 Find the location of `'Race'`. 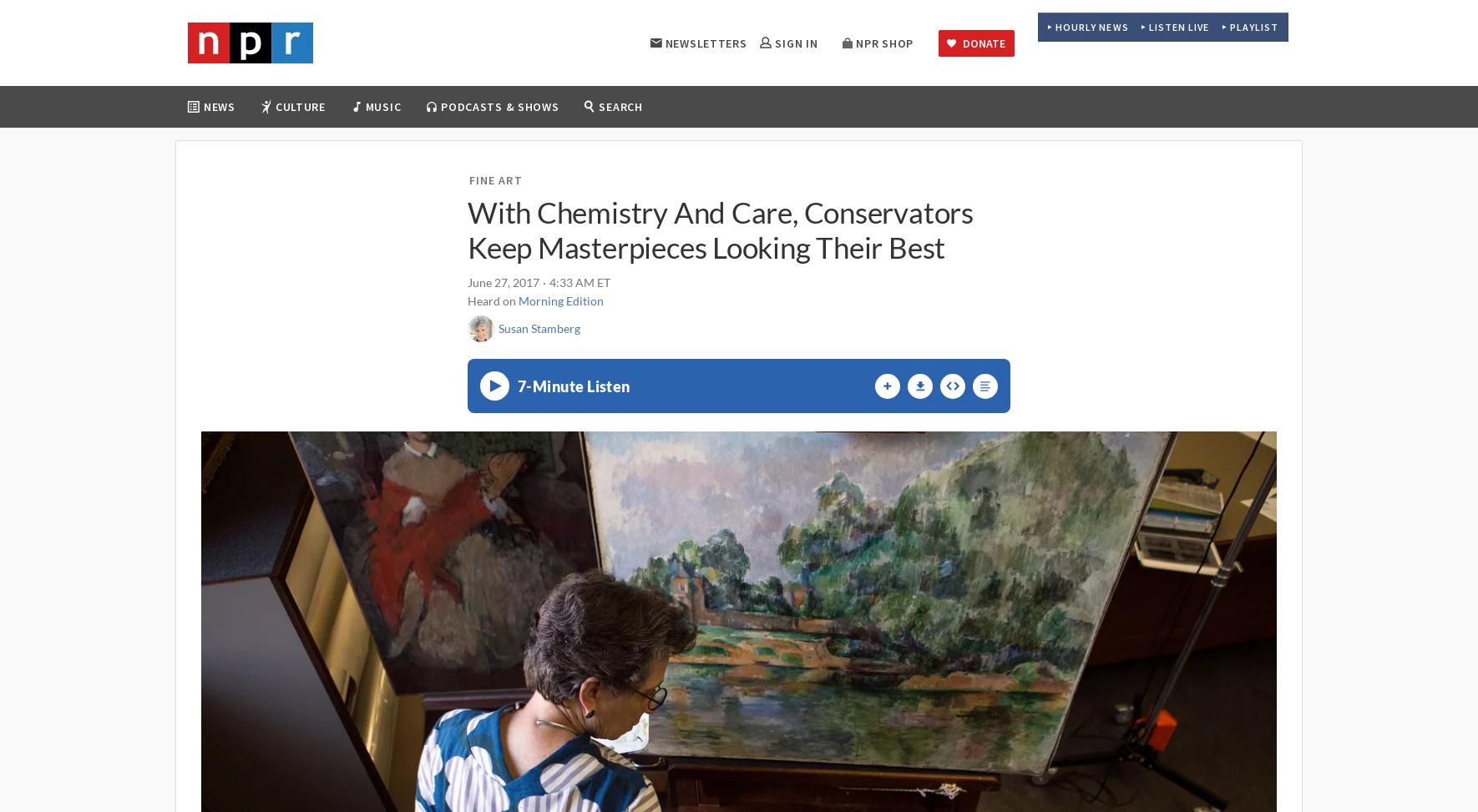

'Race' is located at coordinates (296, 273).